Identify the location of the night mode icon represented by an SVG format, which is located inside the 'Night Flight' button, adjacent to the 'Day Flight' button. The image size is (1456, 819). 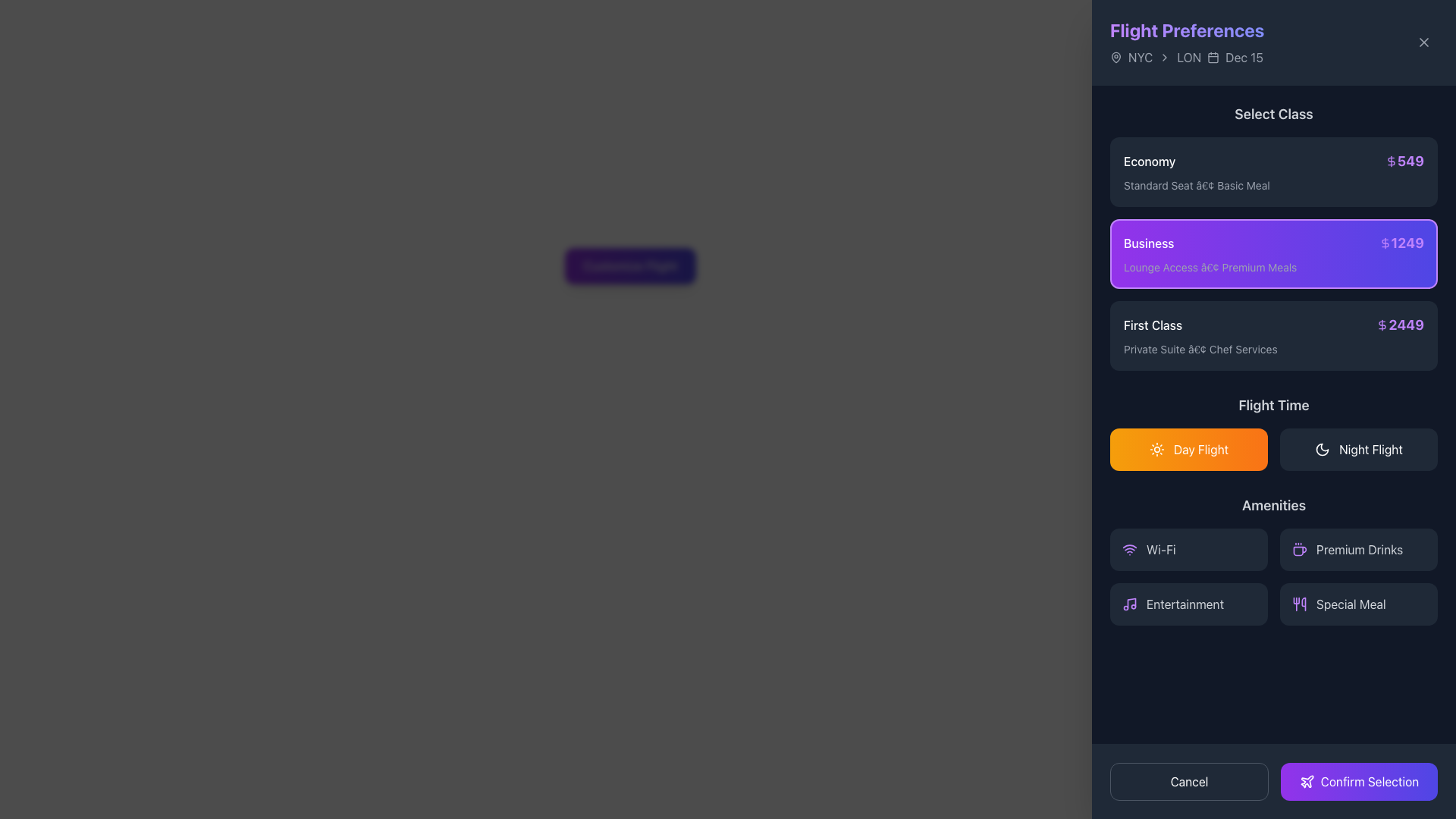
(1322, 449).